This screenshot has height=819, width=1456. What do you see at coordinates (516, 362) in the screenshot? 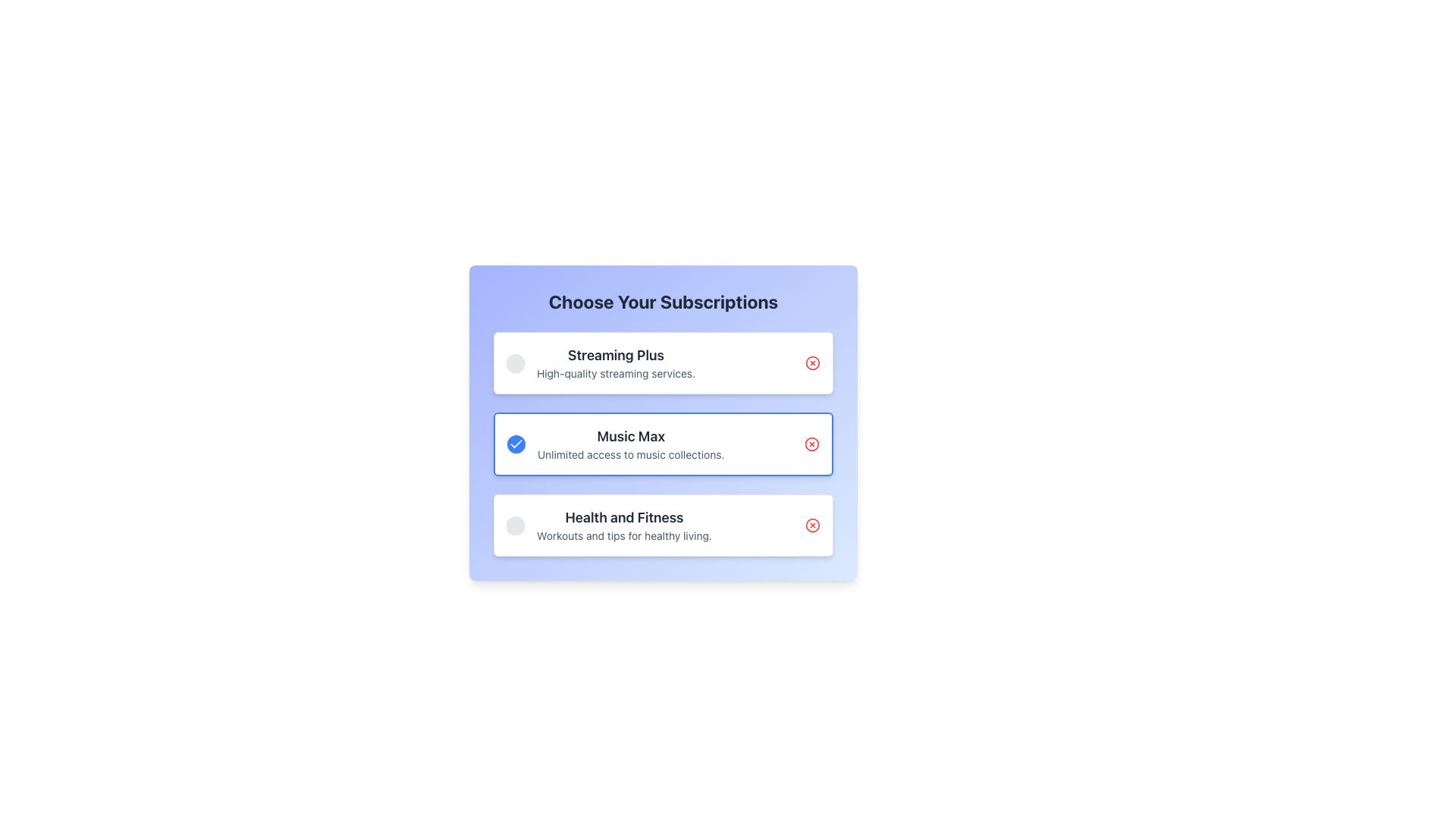
I see `the radio button located on the left side of the 'Streaming Plus' subscription option` at bounding box center [516, 362].